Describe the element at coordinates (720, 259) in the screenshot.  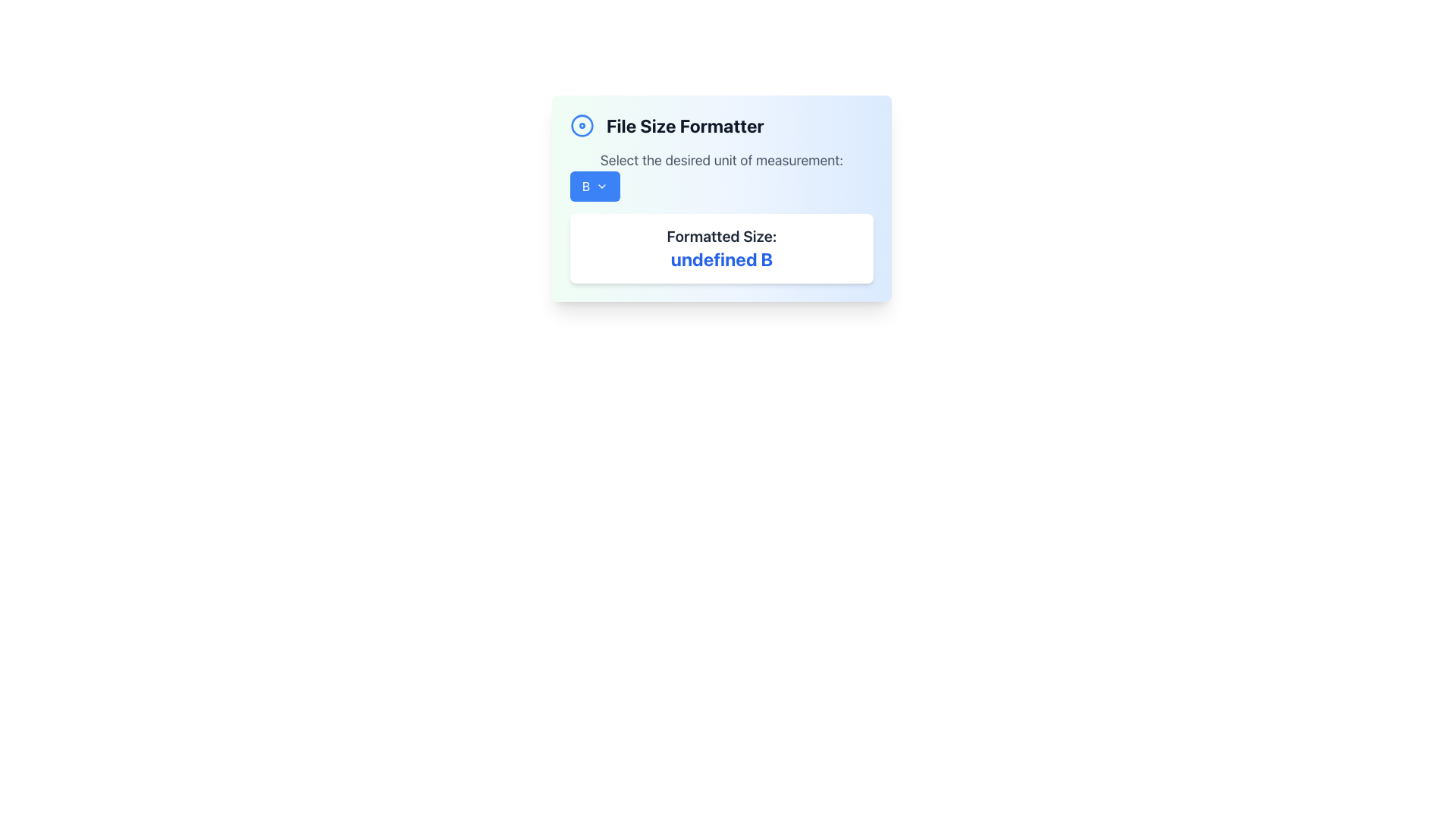
I see `text content of the prominent blue-colored text display that reads 'undefined B', which is located below the text 'Formatted Size:' in a white box with rounded corners` at that location.